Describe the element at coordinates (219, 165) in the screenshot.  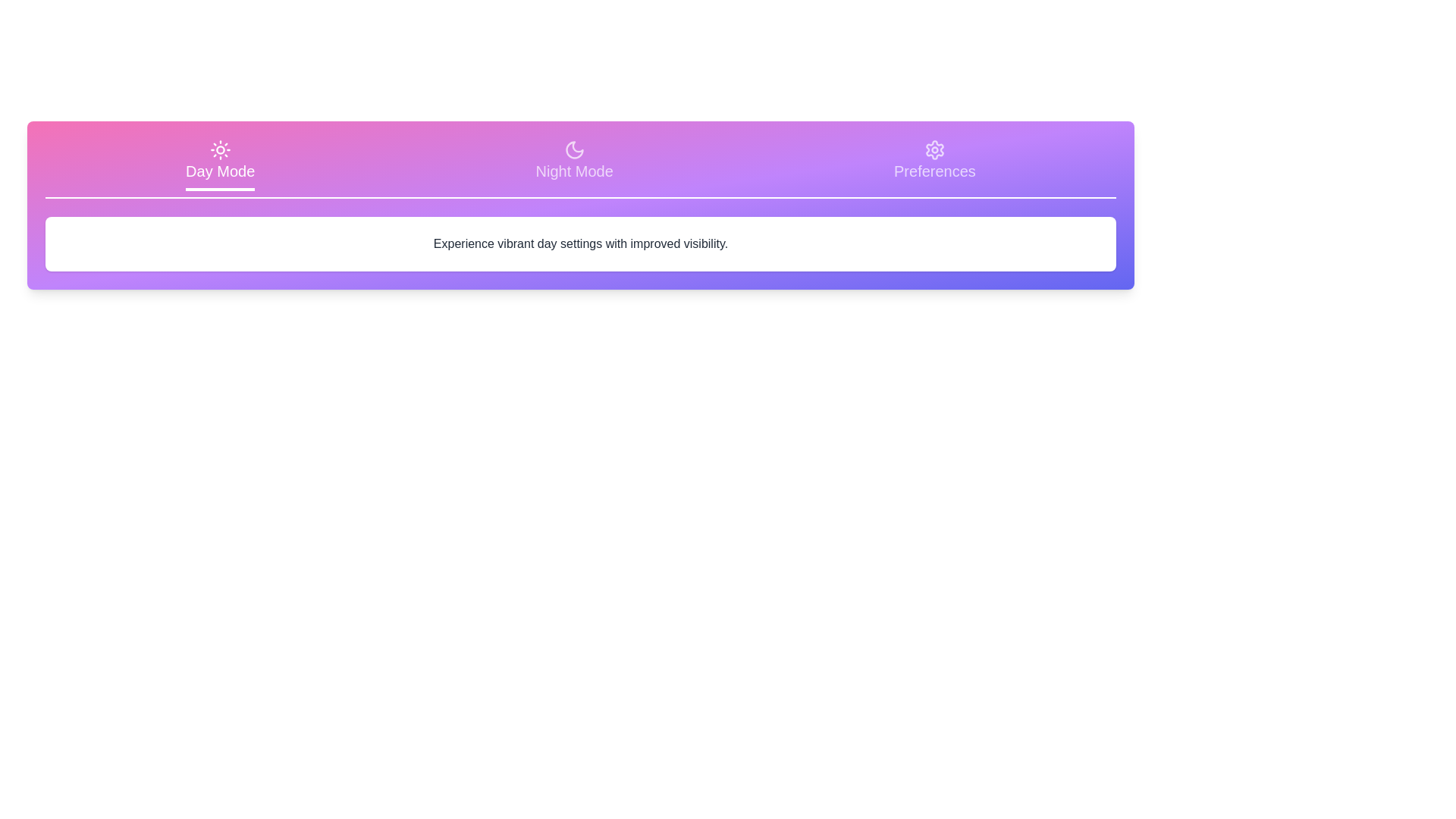
I see `the tab corresponding to Day Mode` at that location.